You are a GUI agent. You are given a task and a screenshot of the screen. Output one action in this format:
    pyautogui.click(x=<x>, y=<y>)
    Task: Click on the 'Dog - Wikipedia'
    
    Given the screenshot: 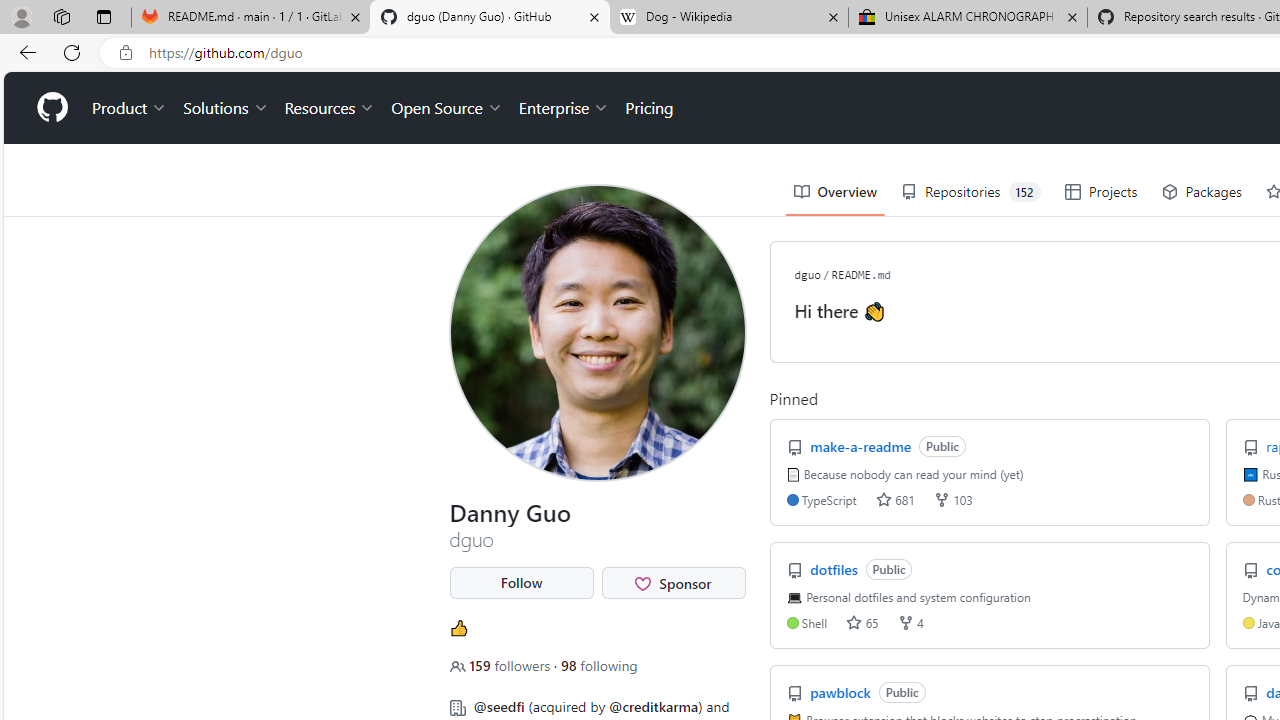 What is the action you would take?
    pyautogui.click(x=728, y=17)
    